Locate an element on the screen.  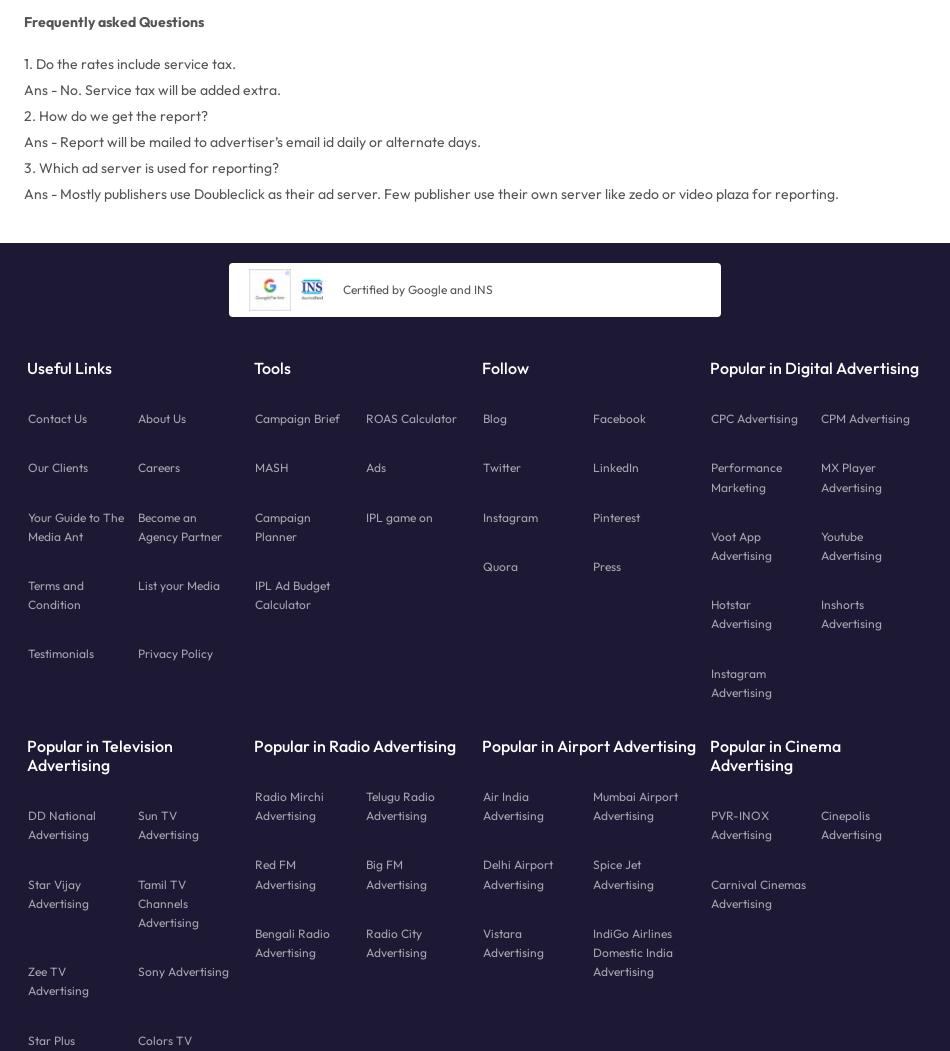
'Red FM Advertising' is located at coordinates (284, 873).